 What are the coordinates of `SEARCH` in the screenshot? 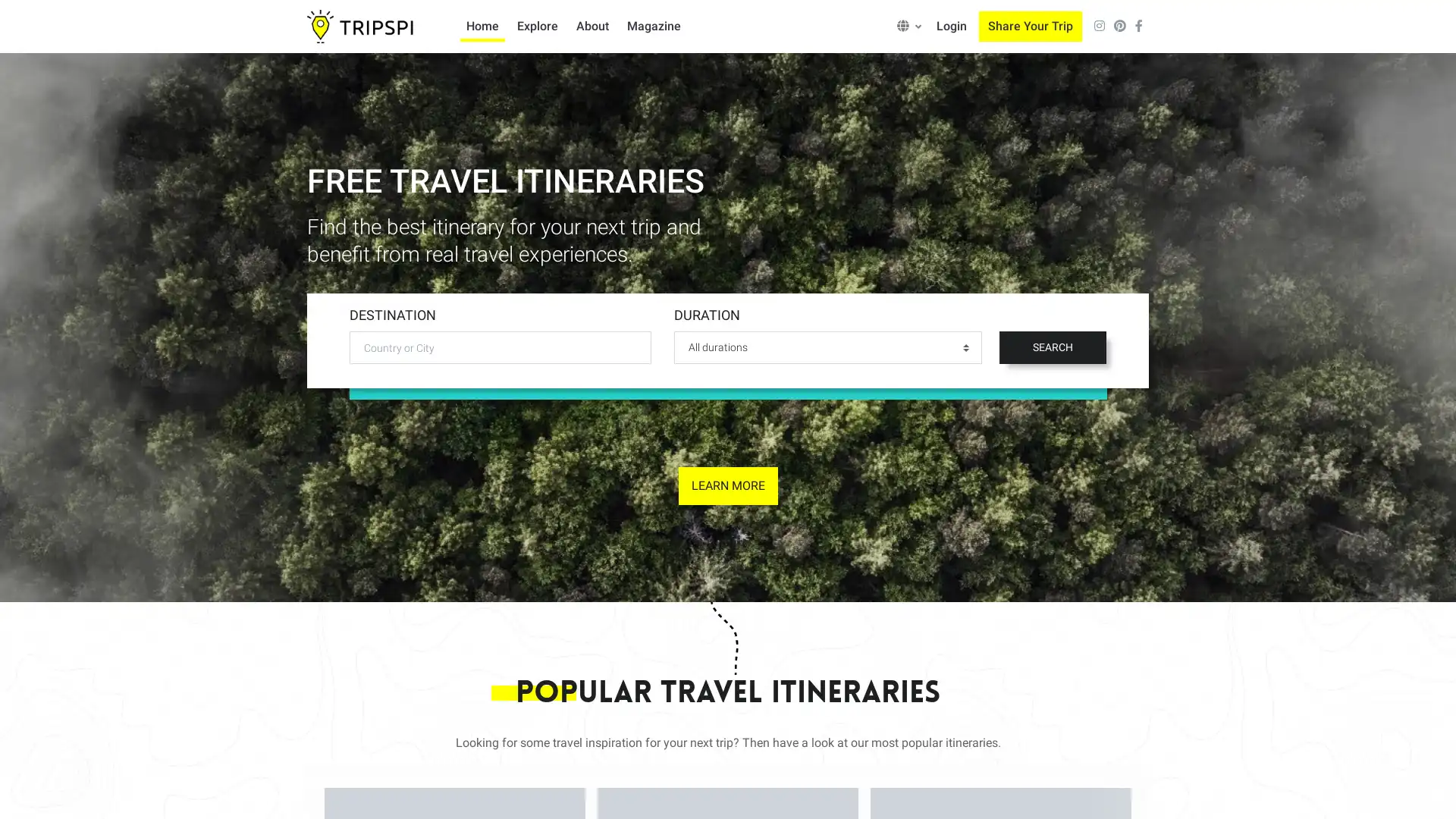 It's located at (1051, 347).